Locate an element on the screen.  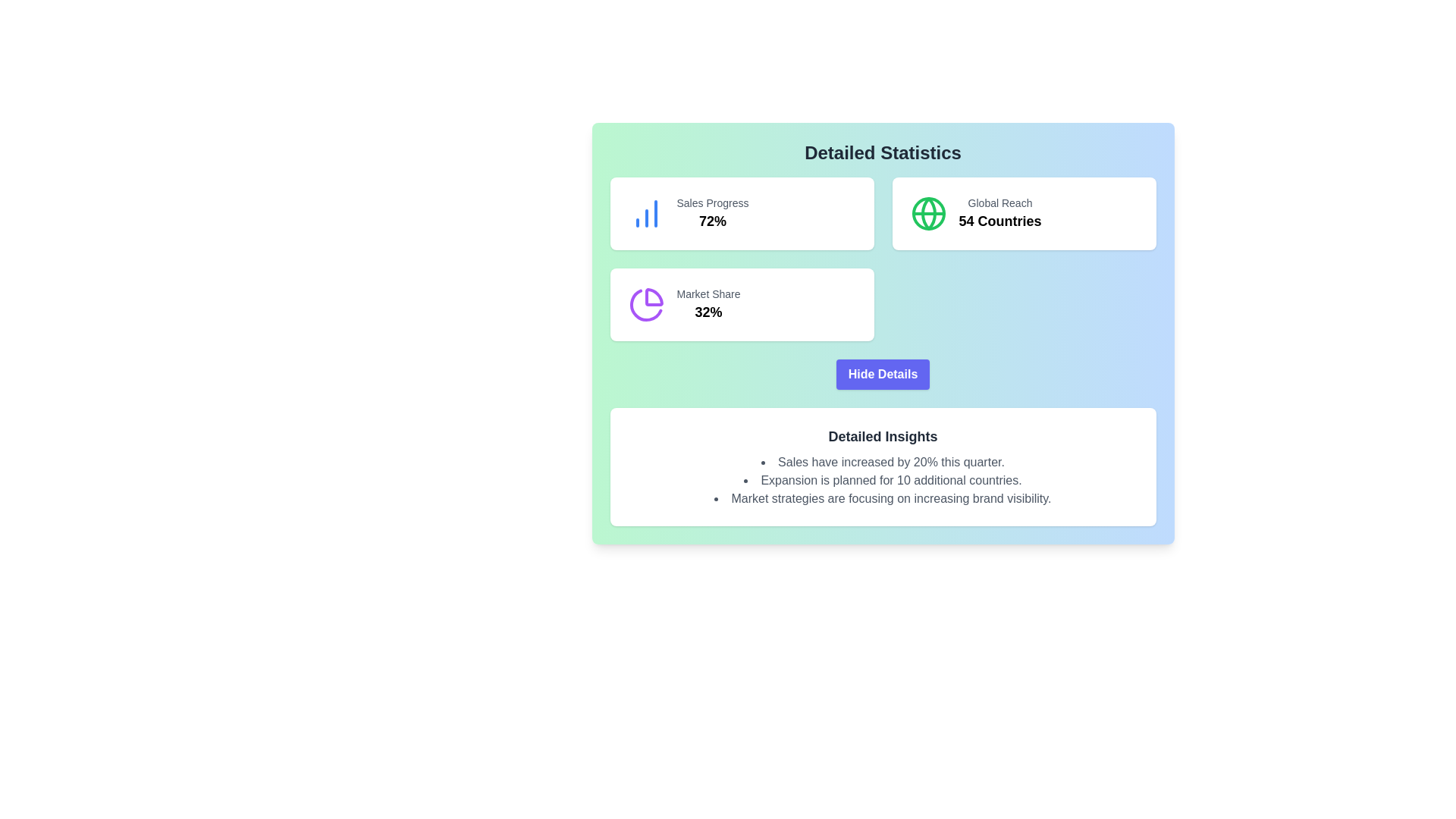
the Chart Representation icon, which is styled in blue and visually resembles a bar chart, located inside a white card at the top-left corner of the interface, next to the text 'Sales Progress 72%' is located at coordinates (646, 213).